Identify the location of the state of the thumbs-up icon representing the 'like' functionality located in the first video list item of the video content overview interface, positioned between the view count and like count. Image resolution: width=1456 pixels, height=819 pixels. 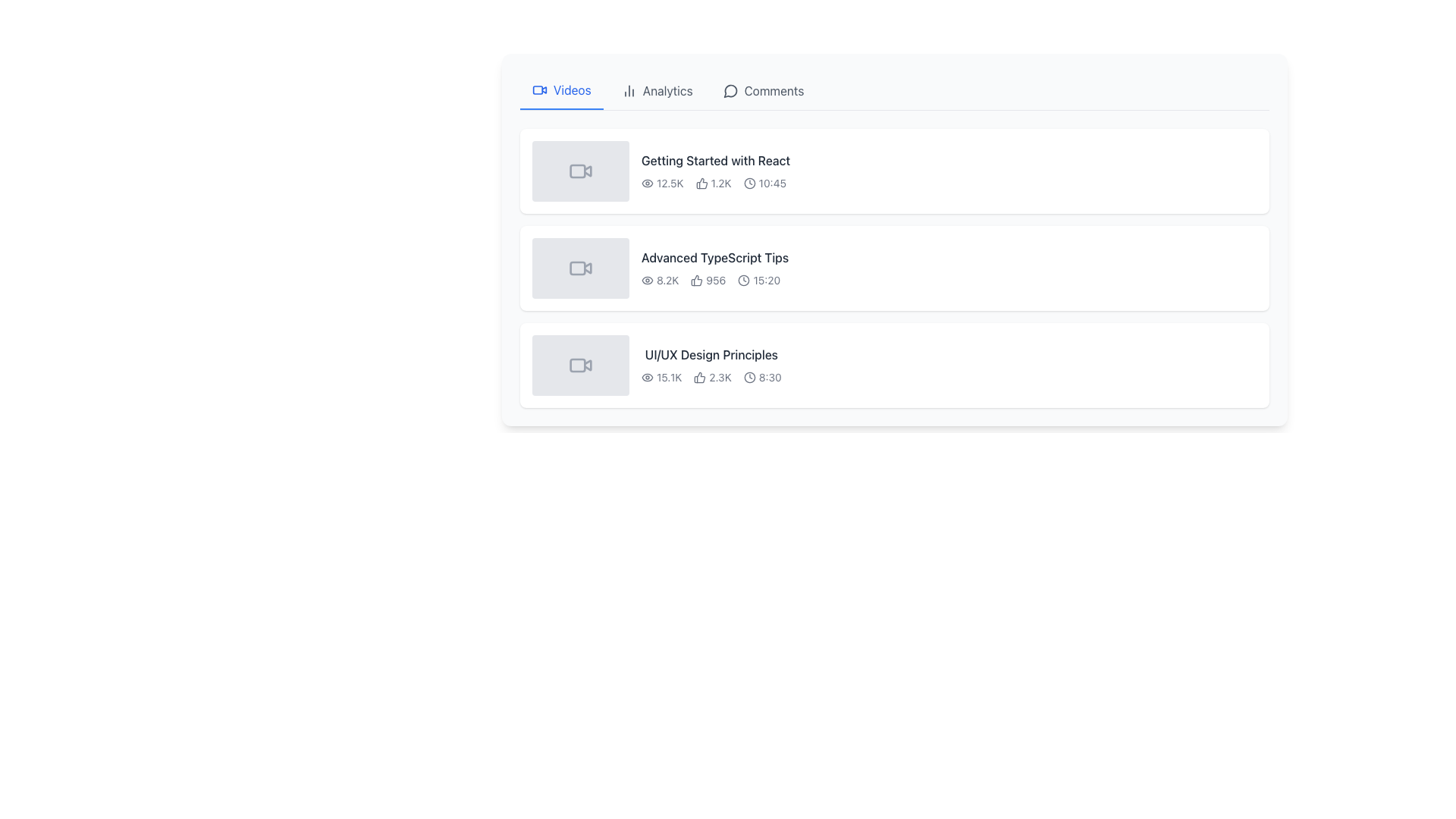
(701, 183).